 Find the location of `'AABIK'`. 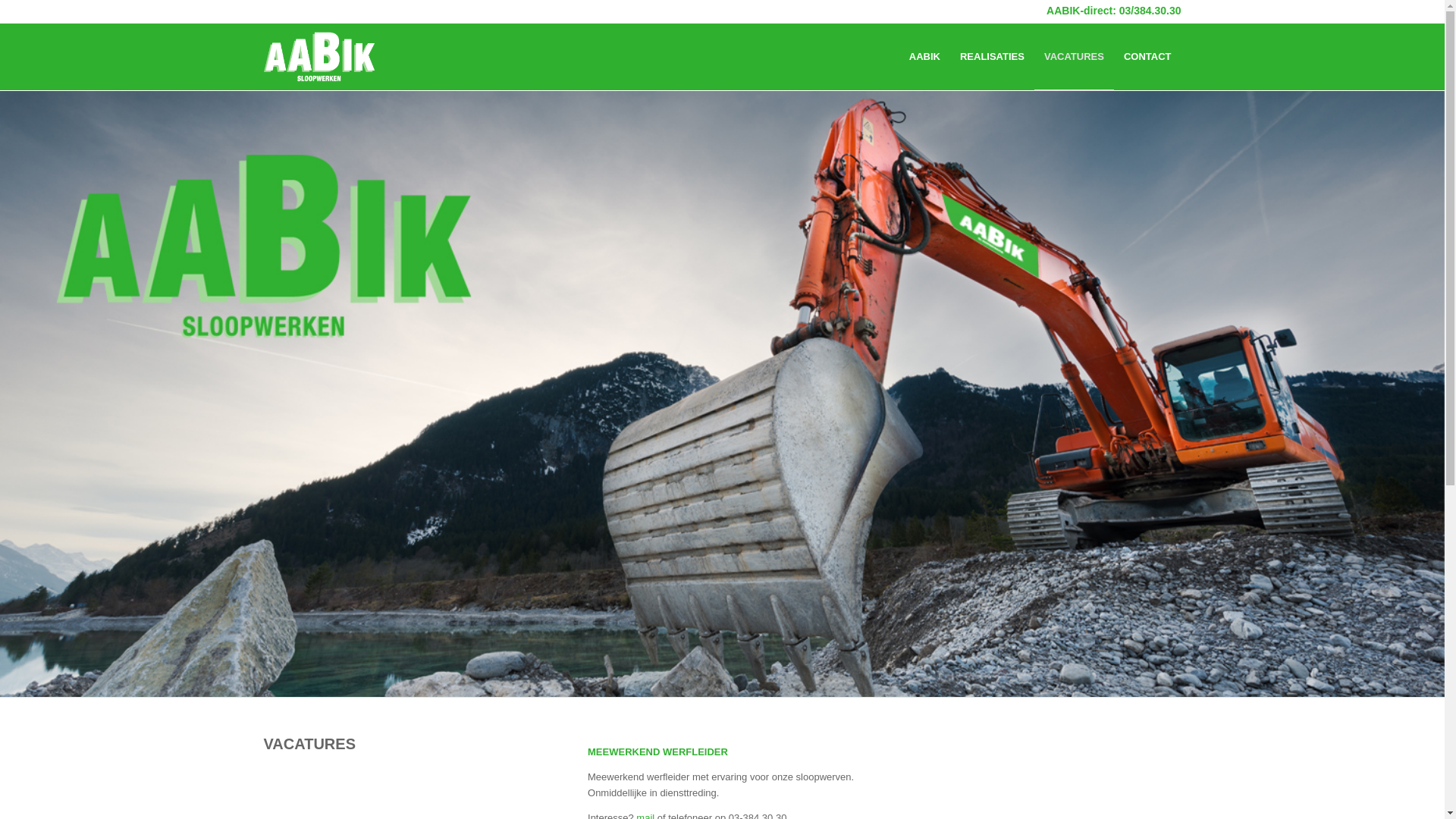

'AABIK' is located at coordinates (924, 55).